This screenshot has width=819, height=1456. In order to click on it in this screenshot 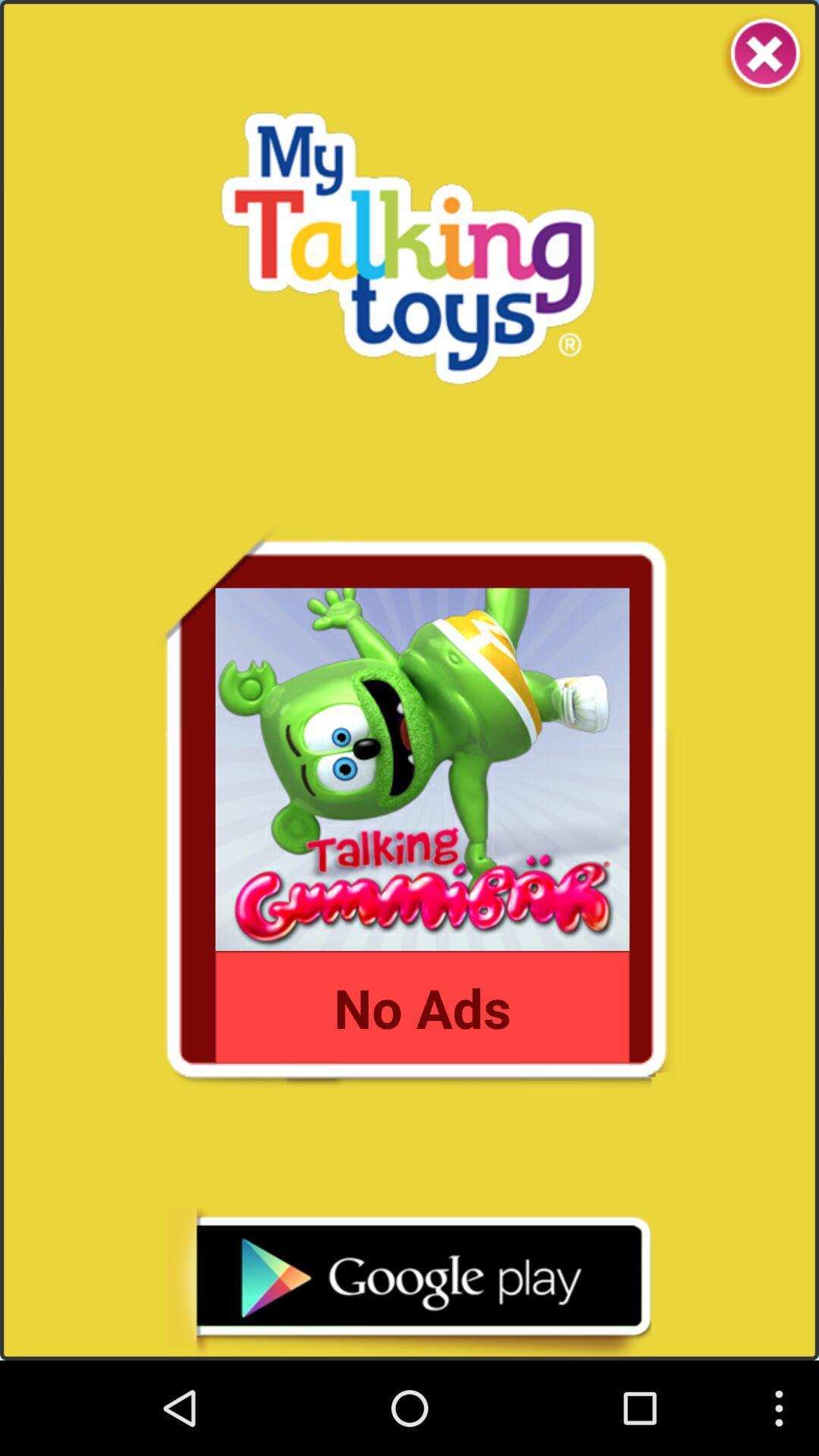, I will do `click(763, 55)`.